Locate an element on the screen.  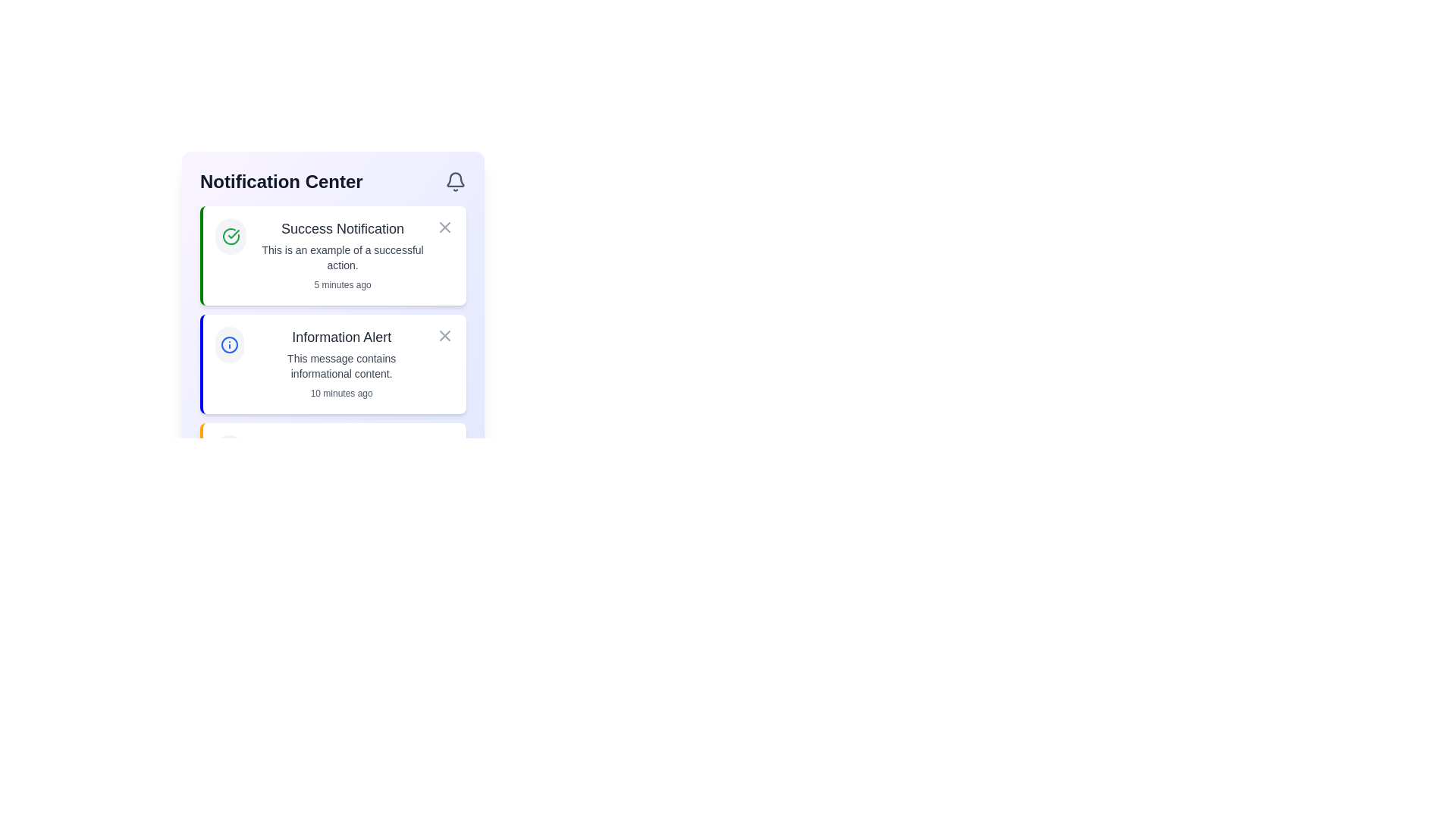
the Header section indicating the Notification Center, which contains a bell icon on the right edge is located at coordinates (332, 180).